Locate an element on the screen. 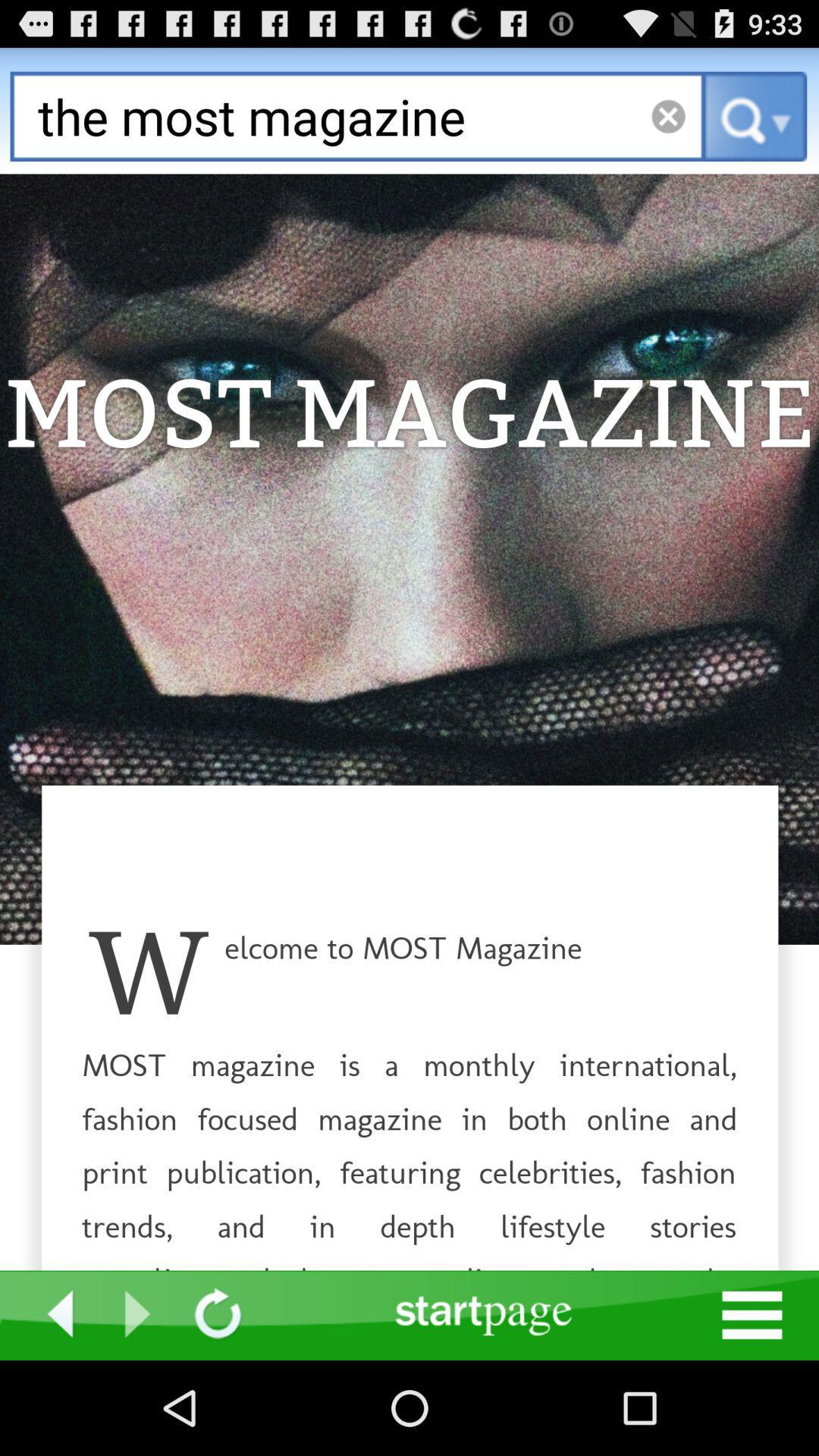  delete text is located at coordinates (667, 115).